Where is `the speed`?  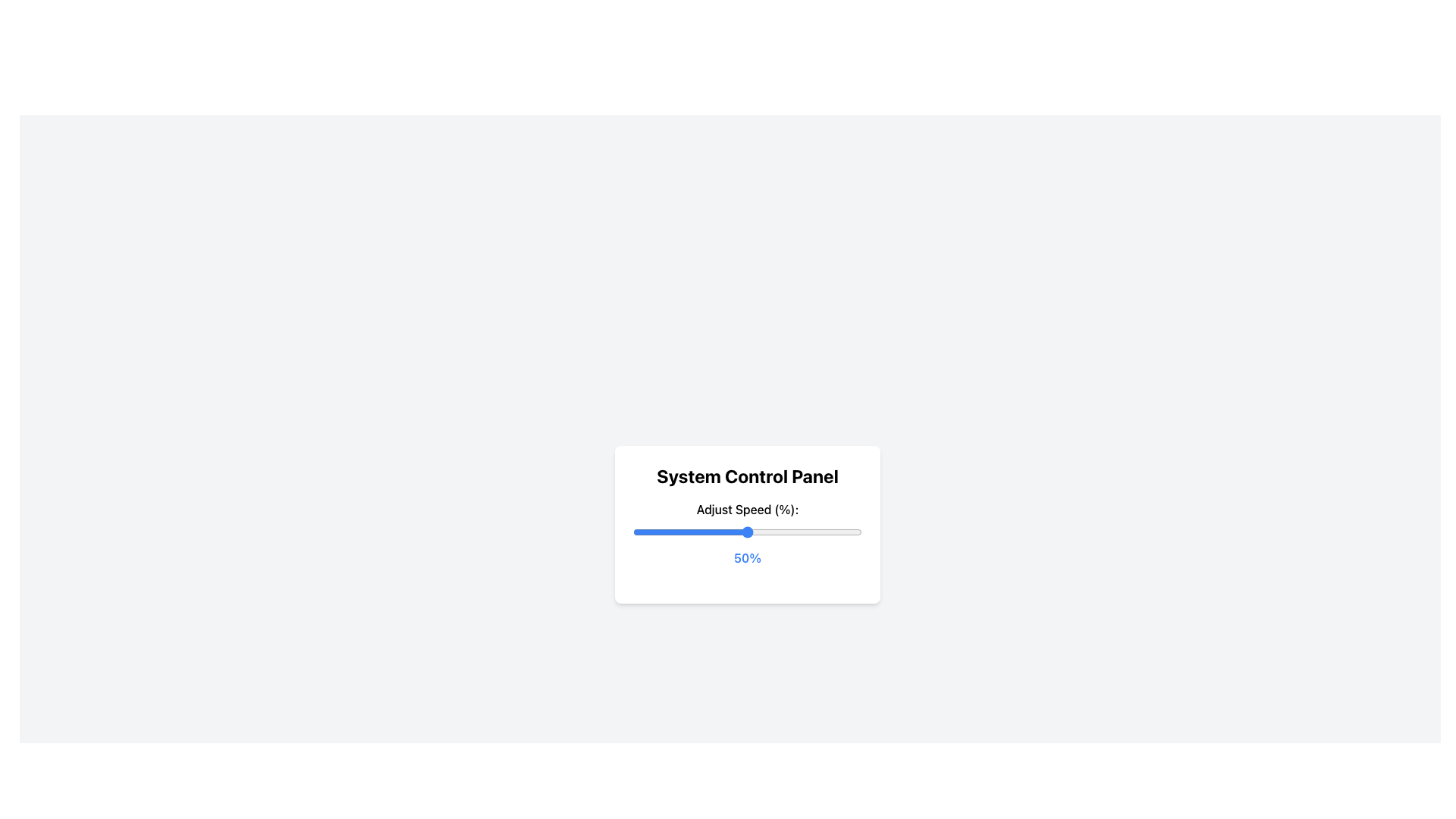
the speed is located at coordinates (671, 532).